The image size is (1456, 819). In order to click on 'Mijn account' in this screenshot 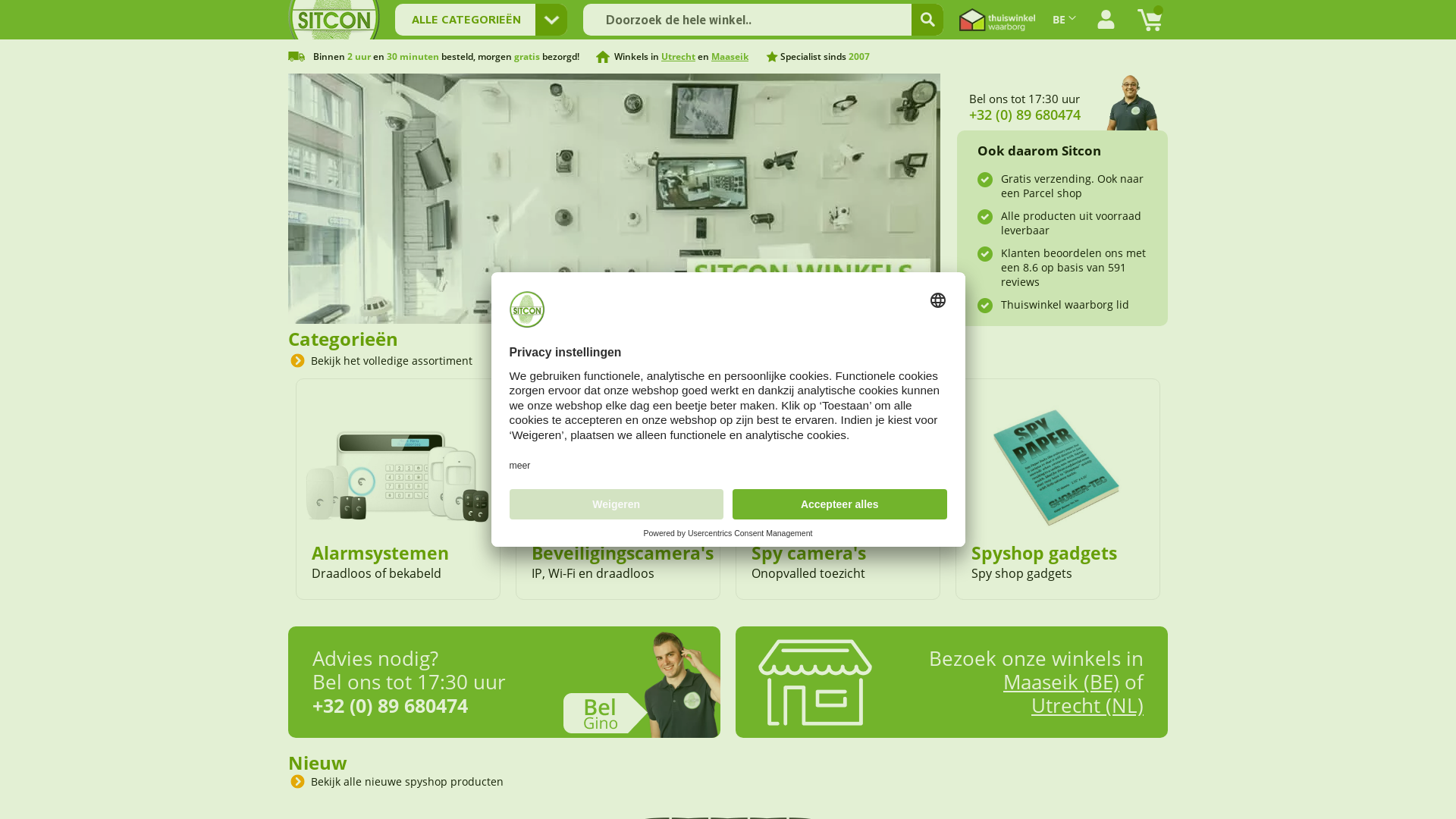, I will do `click(1106, 20)`.